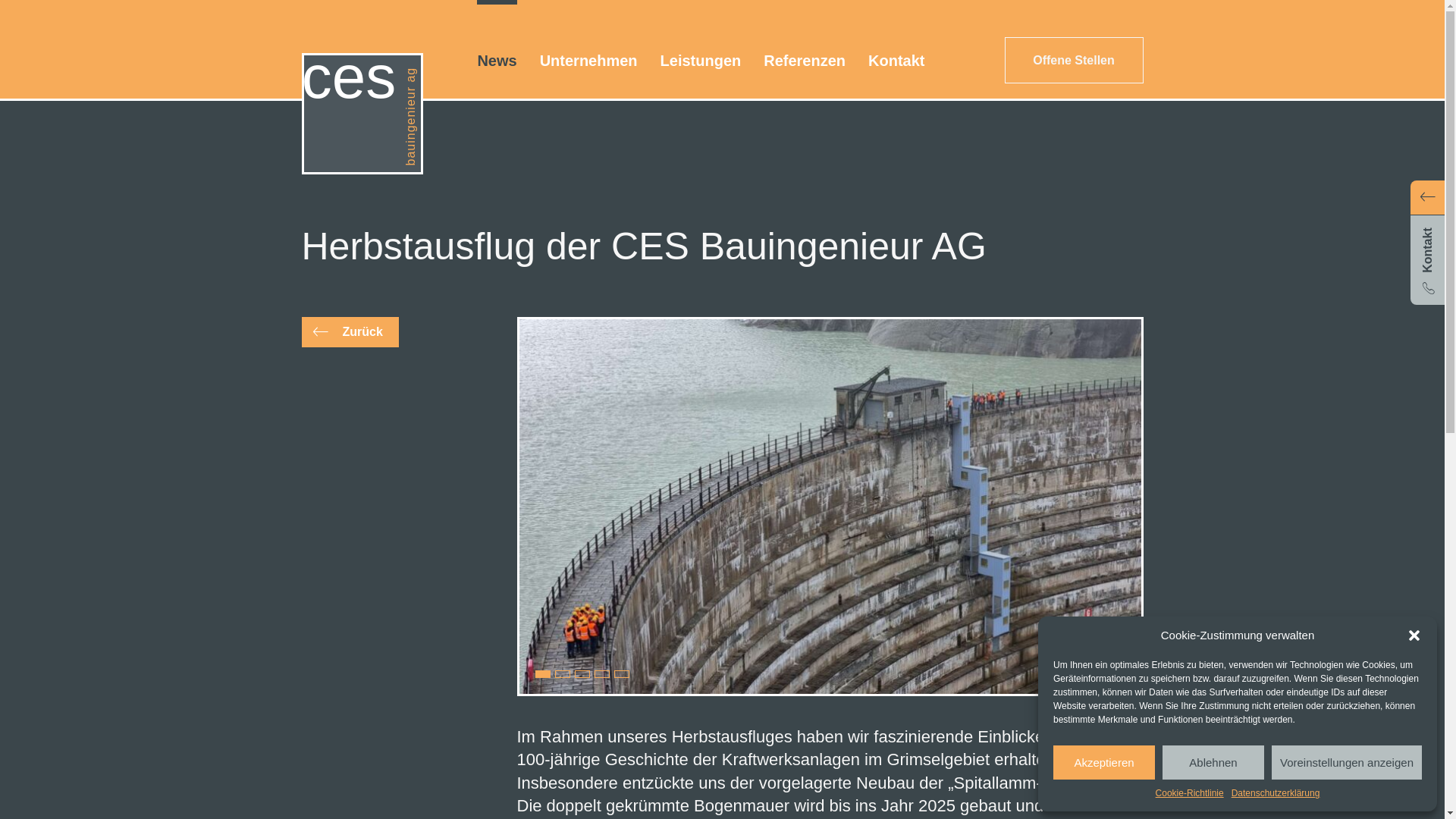 Image resolution: width=1456 pixels, height=819 pixels. I want to click on 'News', so click(496, 60).